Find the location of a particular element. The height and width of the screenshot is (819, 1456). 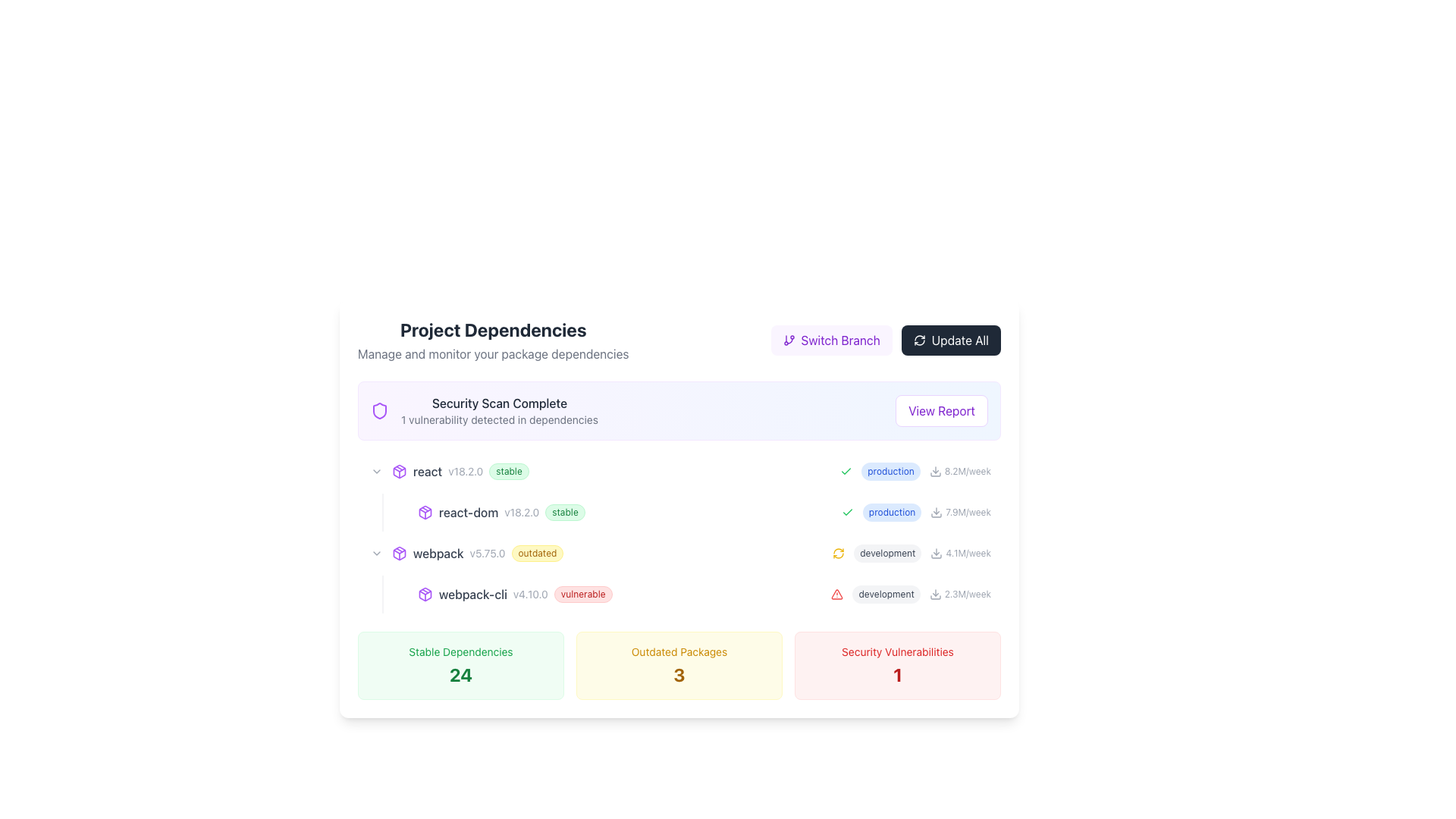

the label indicating the mode 'production' in the 'Project Dependencies' interface, which is part of the list item under 'react-dom v18.2.0 stable' is located at coordinates (892, 512).